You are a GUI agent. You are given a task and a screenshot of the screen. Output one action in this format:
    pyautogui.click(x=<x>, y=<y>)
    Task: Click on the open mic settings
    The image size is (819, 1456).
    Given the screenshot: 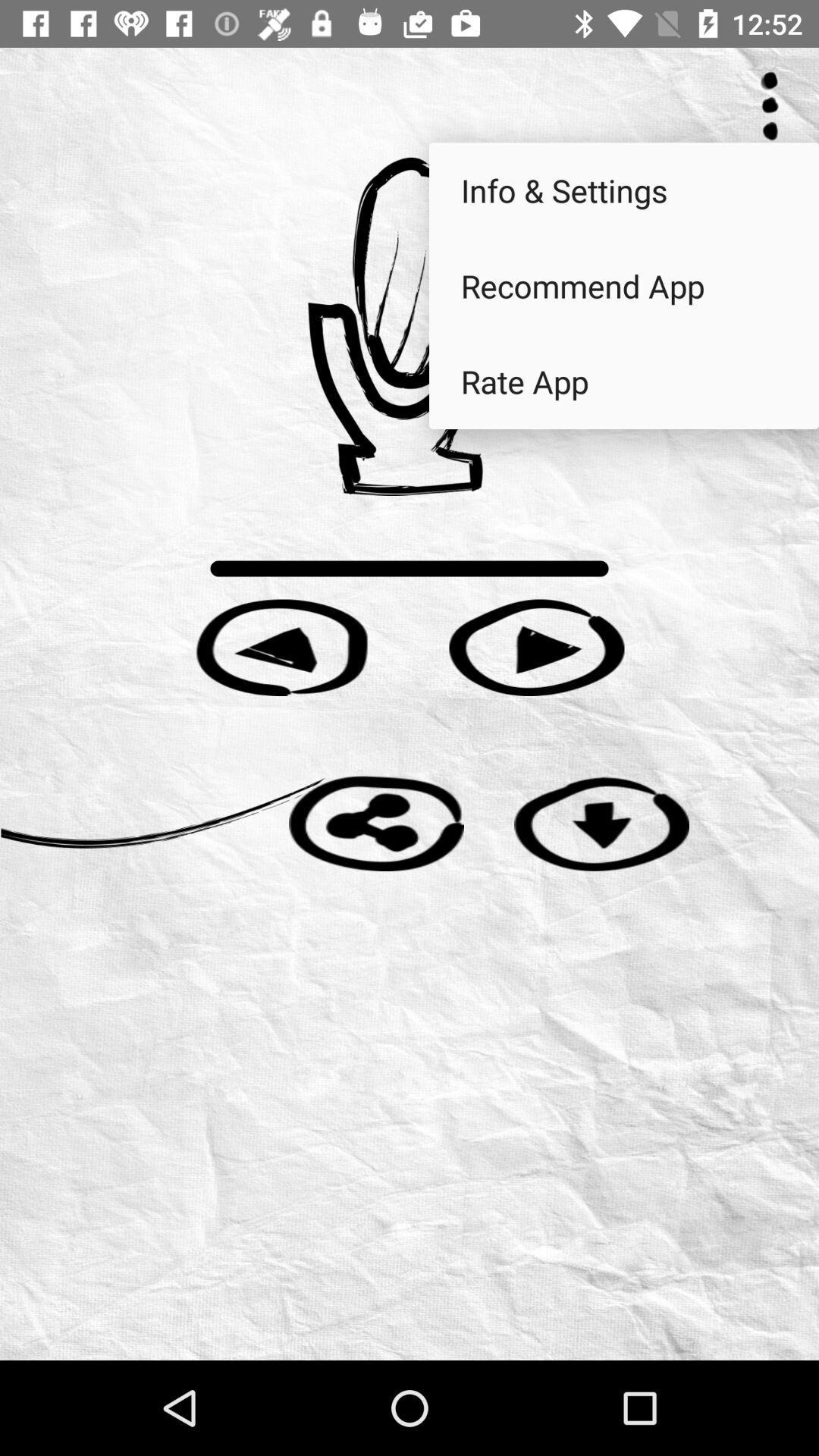 What is the action you would take?
    pyautogui.click(x=409, y=325)
    